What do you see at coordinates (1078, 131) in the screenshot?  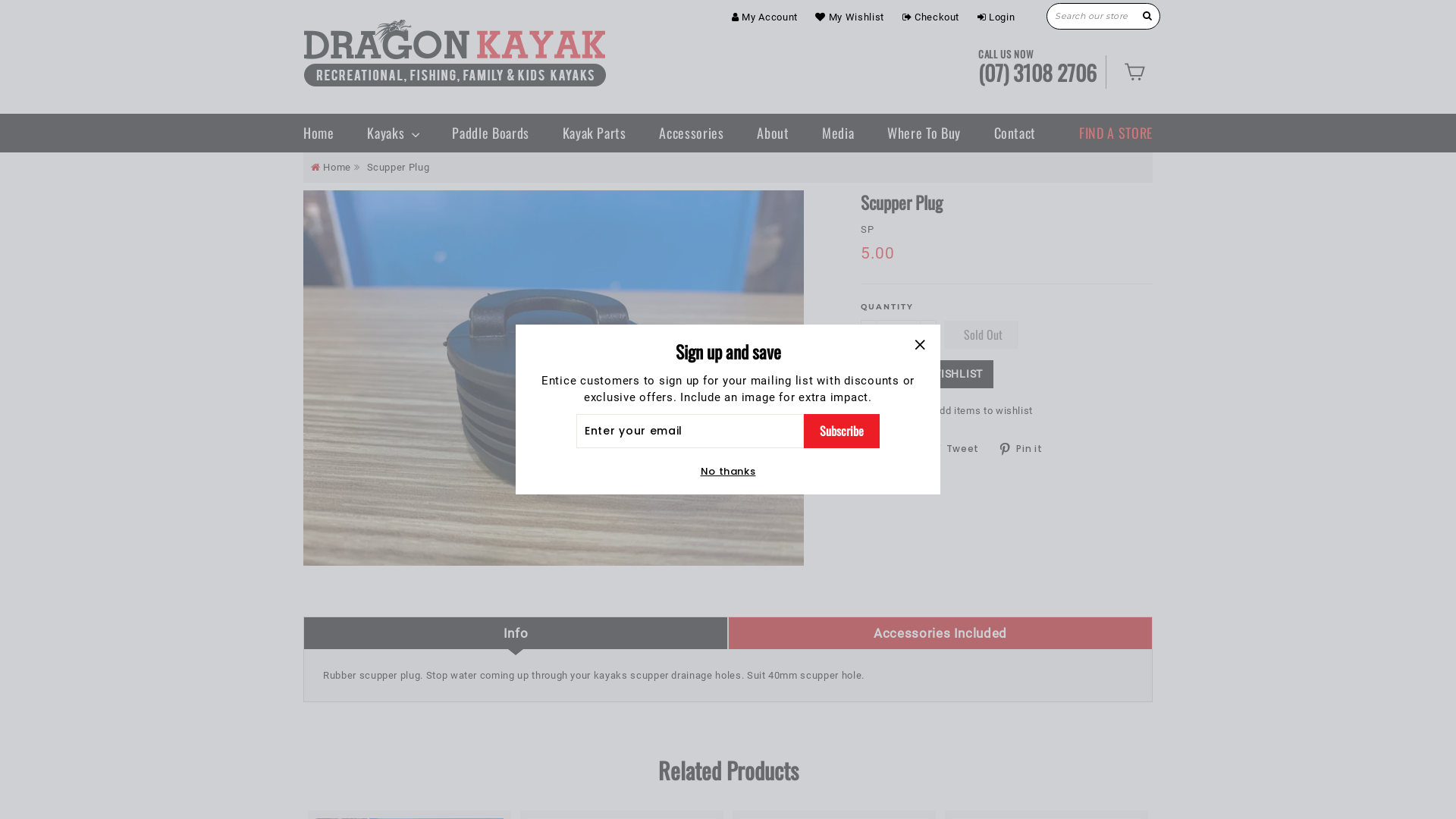 I see `'FIND A STORE'` at bounding box center [1078, 131].